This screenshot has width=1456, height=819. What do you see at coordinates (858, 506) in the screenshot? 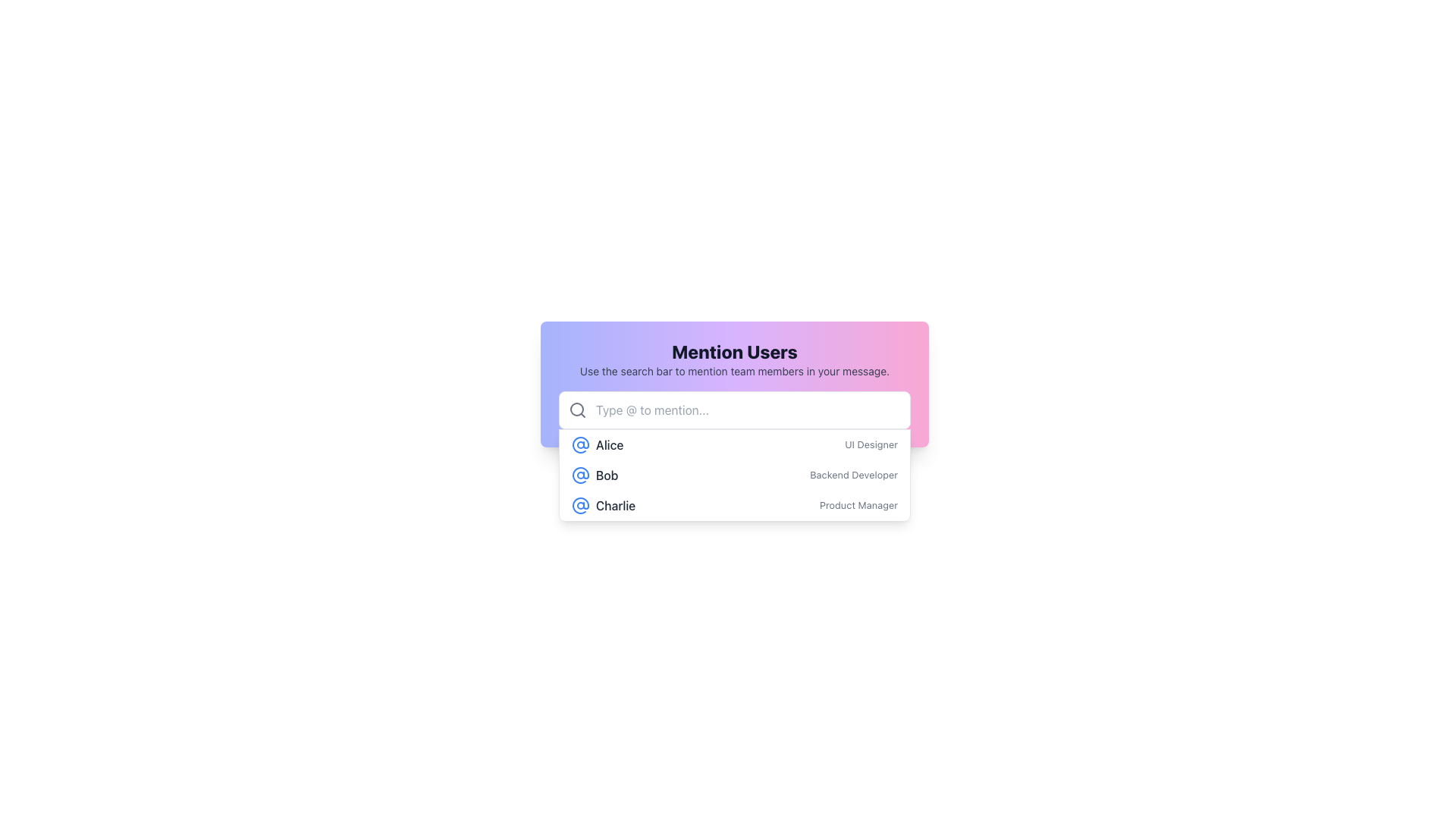
I see `the label indicating 'Charlie' is a Product Manager, located on the right side of the 'Charlie' text in the third row of the user selection list` at bounding box center [858, 506].